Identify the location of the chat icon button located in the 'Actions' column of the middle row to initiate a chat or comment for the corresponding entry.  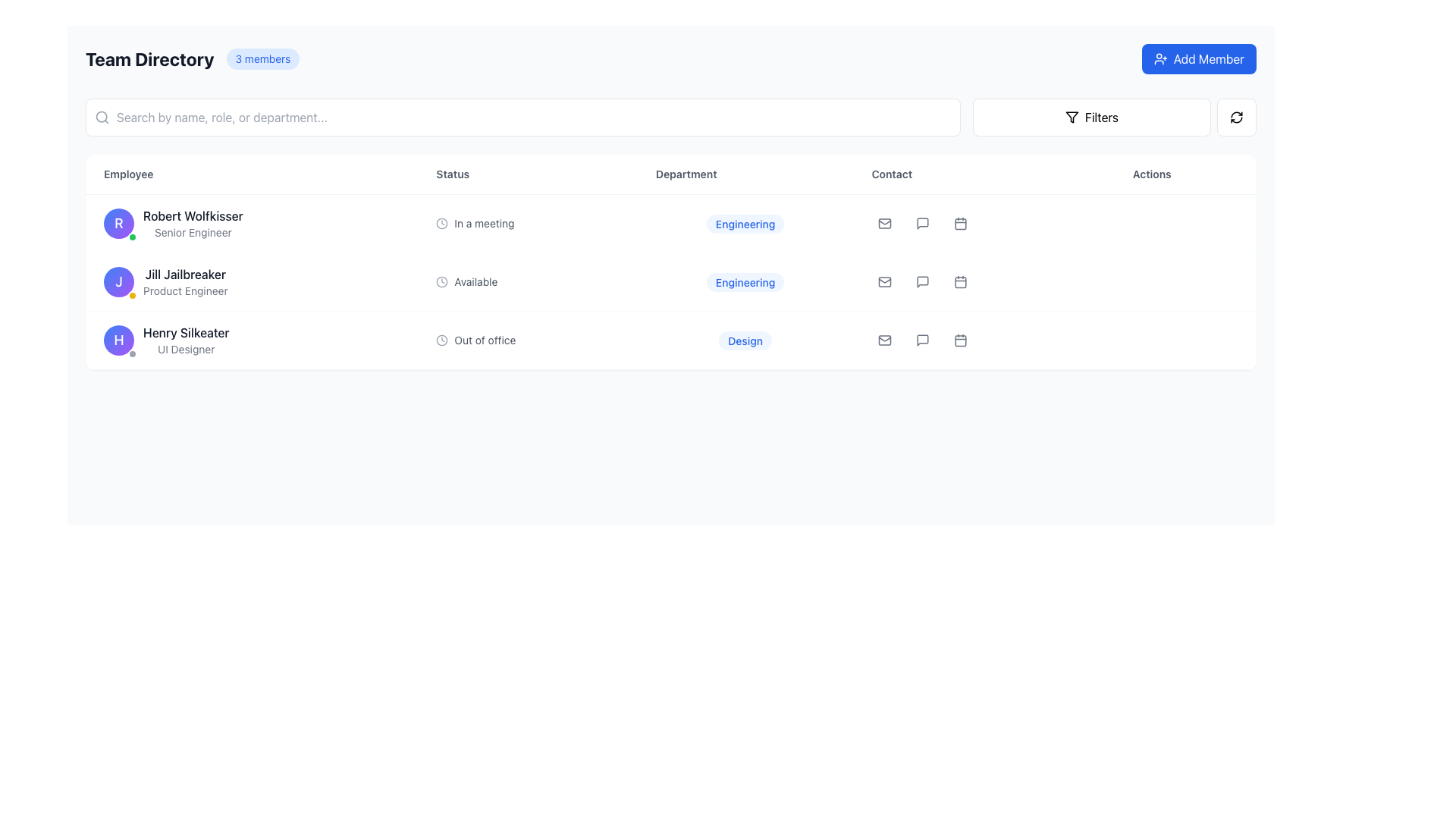
(921, 281).